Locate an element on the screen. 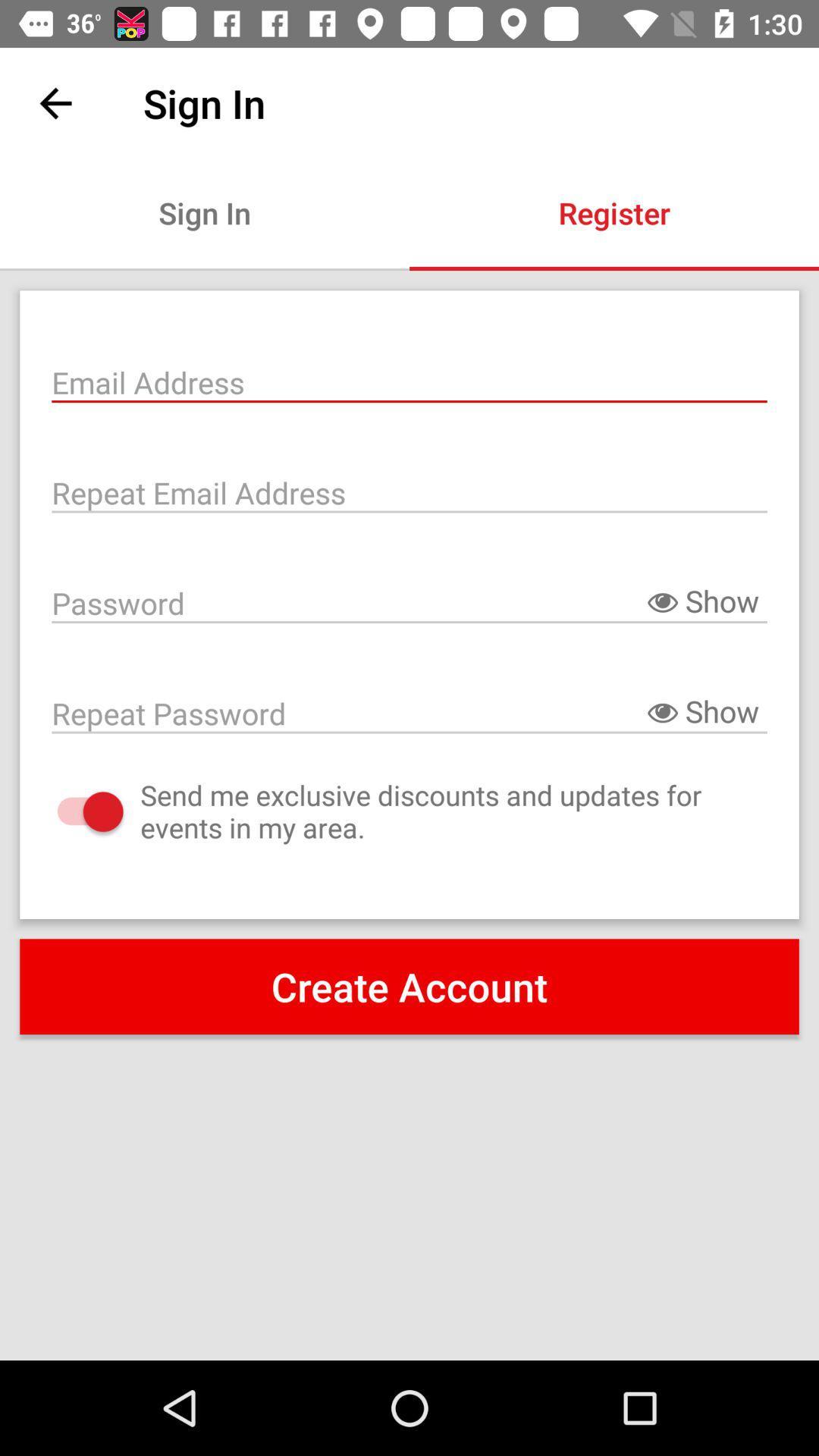 Image resolution: width=819 pixels, height=1456 pixels. password confirmation is located at coordinates (409, 711).